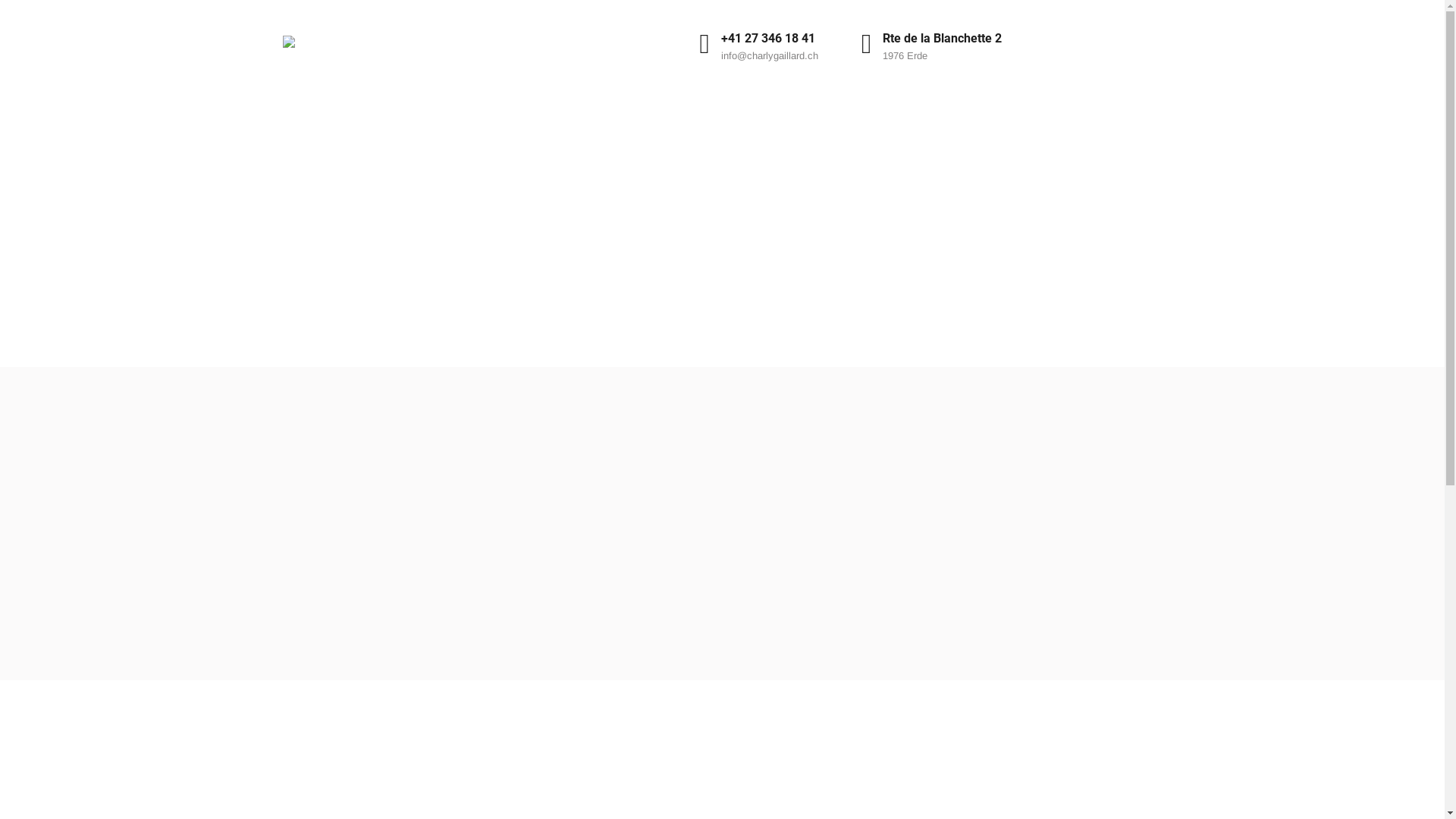 Image resolution: width=1456 pixels, height=819 pixels. Describe the element at coordinates (767, 37) in the screenshot. I see `'+41 27 346 18 41'` at that location.